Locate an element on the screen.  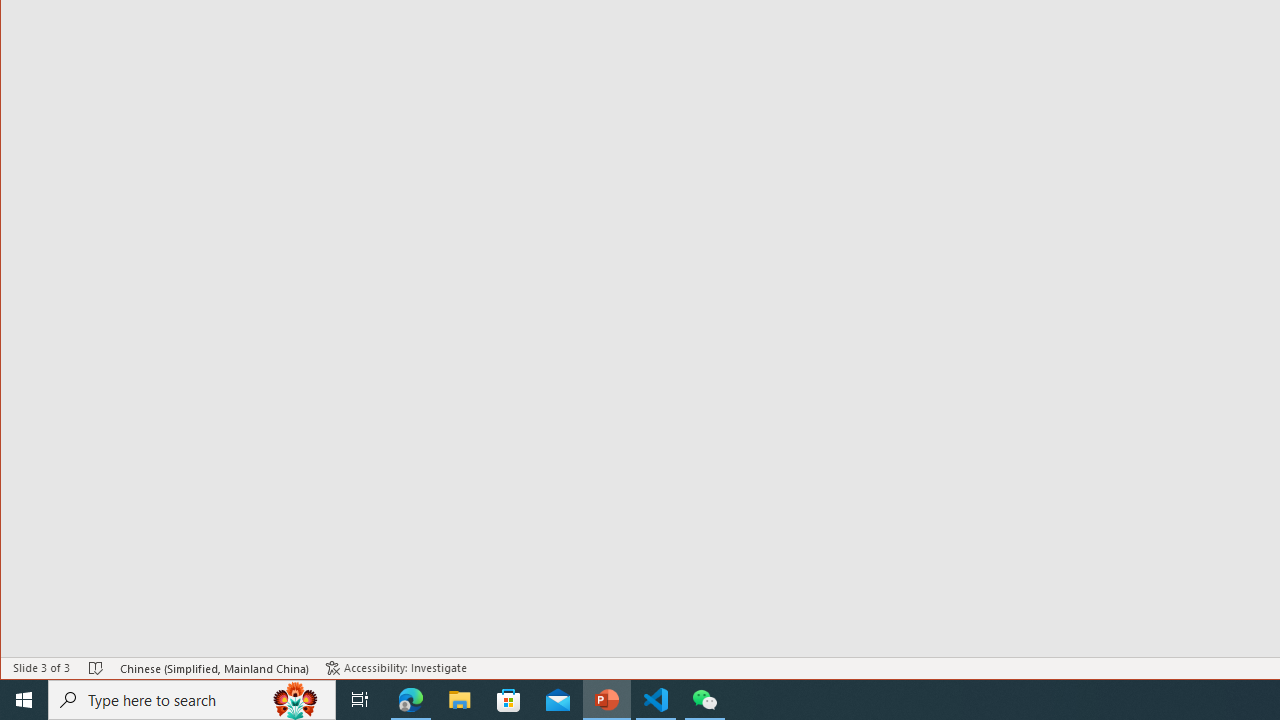
'Type here to search' is located at coordinates (192, 698).